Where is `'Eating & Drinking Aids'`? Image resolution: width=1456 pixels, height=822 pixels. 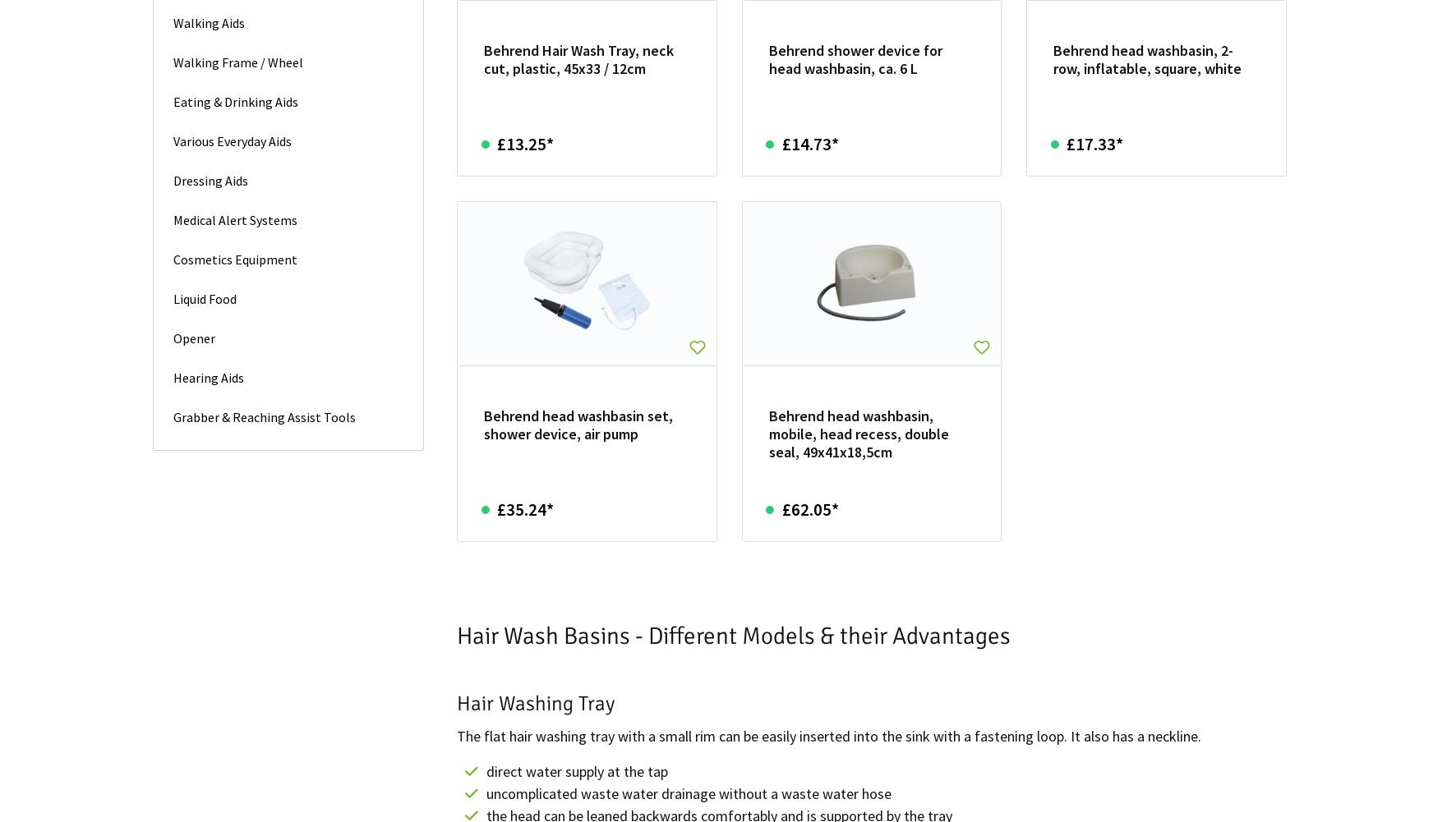 'Eating & Drinking Aids' is located at coordinates (235, 100).